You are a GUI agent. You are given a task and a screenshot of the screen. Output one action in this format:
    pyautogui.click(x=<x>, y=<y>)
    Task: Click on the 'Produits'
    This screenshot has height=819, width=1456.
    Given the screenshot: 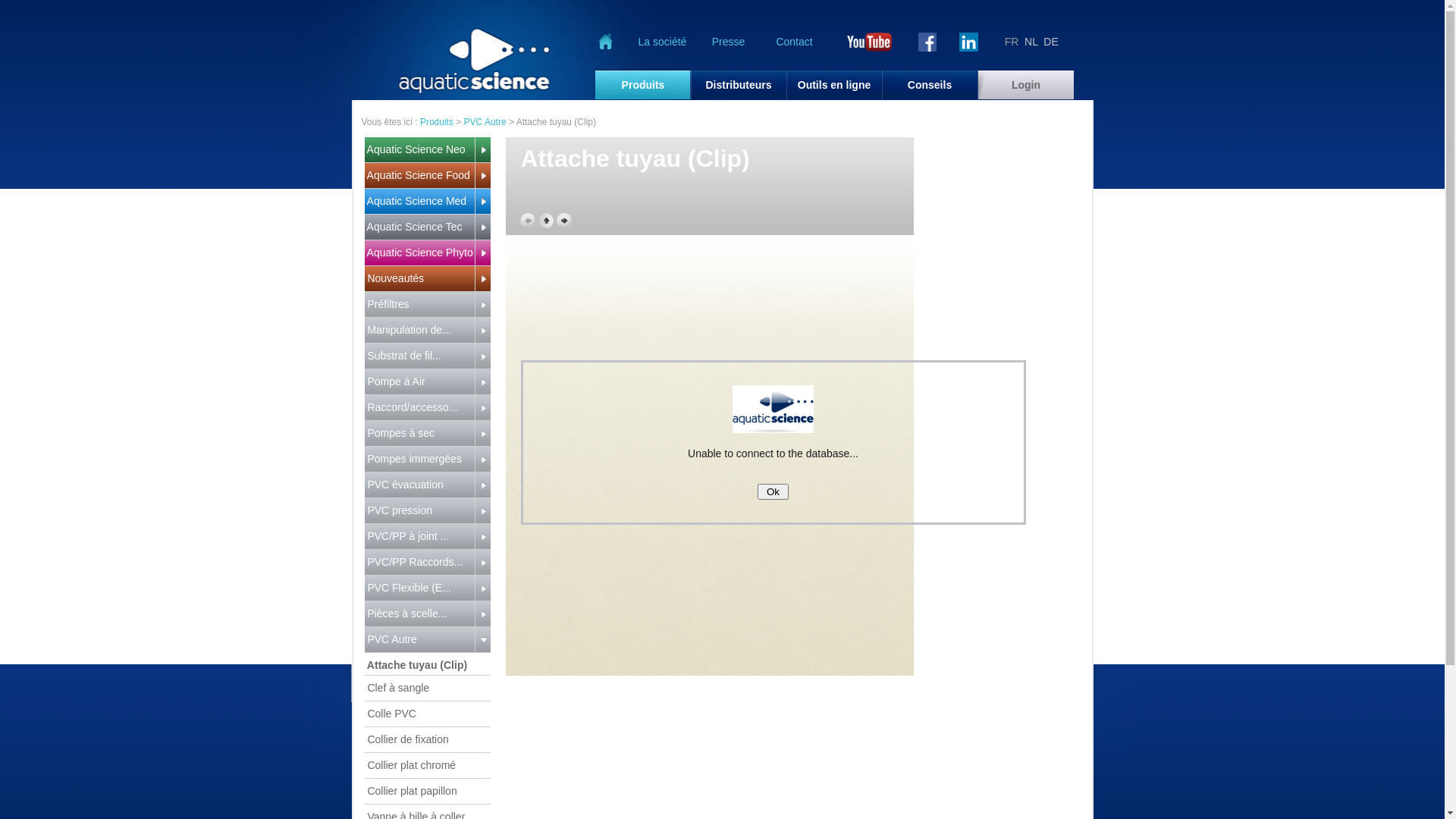 What is the action you would take?
    pyautogui.click(x=643, y=84)
    